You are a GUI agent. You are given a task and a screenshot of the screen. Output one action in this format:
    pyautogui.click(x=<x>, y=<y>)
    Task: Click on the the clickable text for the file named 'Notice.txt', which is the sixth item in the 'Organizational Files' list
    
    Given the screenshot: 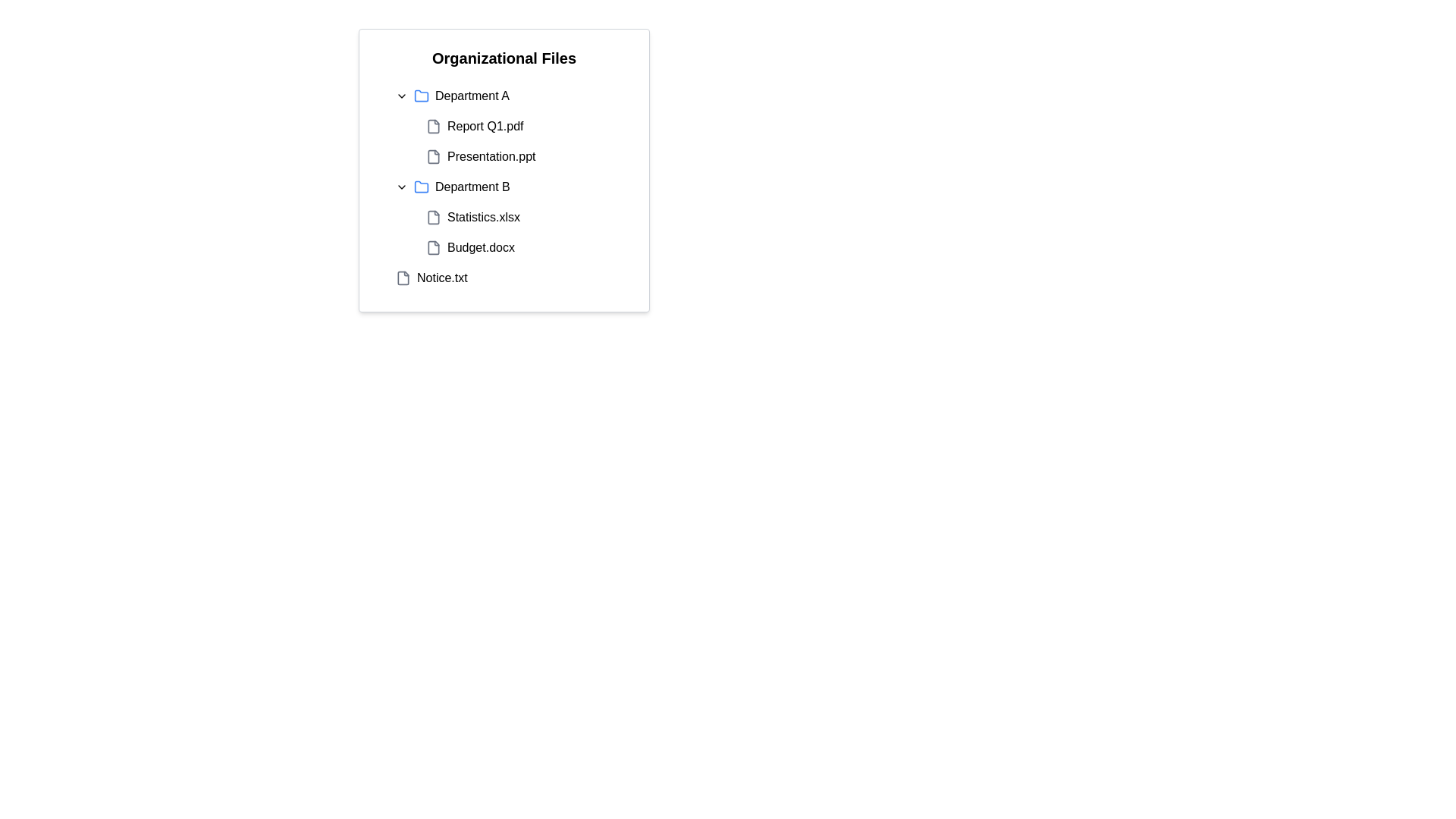 What is the action you would take?
    pyautogui.click(x=431, y=278)
    